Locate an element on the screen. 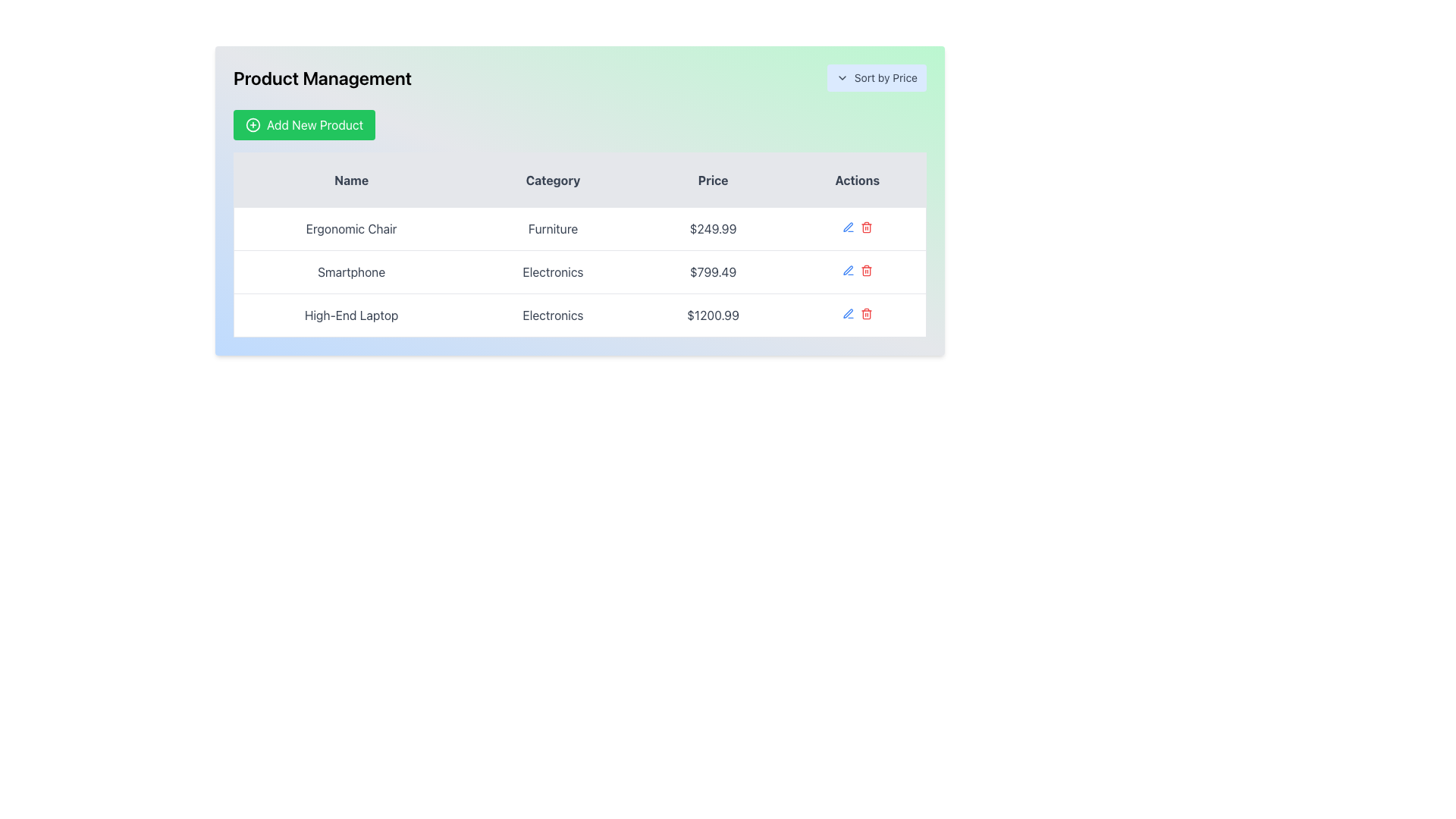 Image resolution: width=1456 pixels, height=819 pixels. the delete icon button located in the second row of the 'Actions' column in the table to observe the hover effect is located at coordinates (866, 270).